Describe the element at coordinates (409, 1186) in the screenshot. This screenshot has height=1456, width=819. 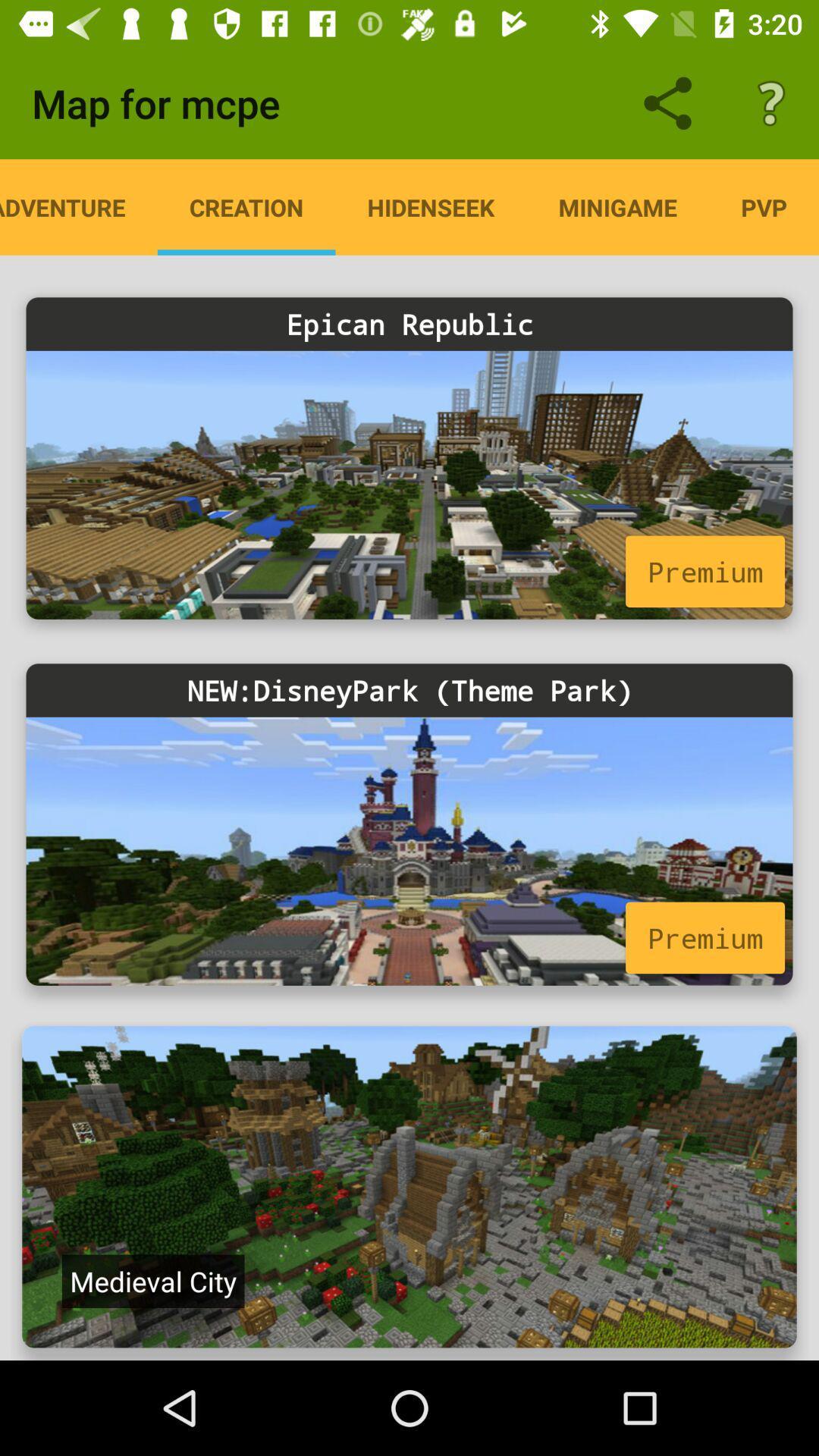
I see `share the article` at that location.